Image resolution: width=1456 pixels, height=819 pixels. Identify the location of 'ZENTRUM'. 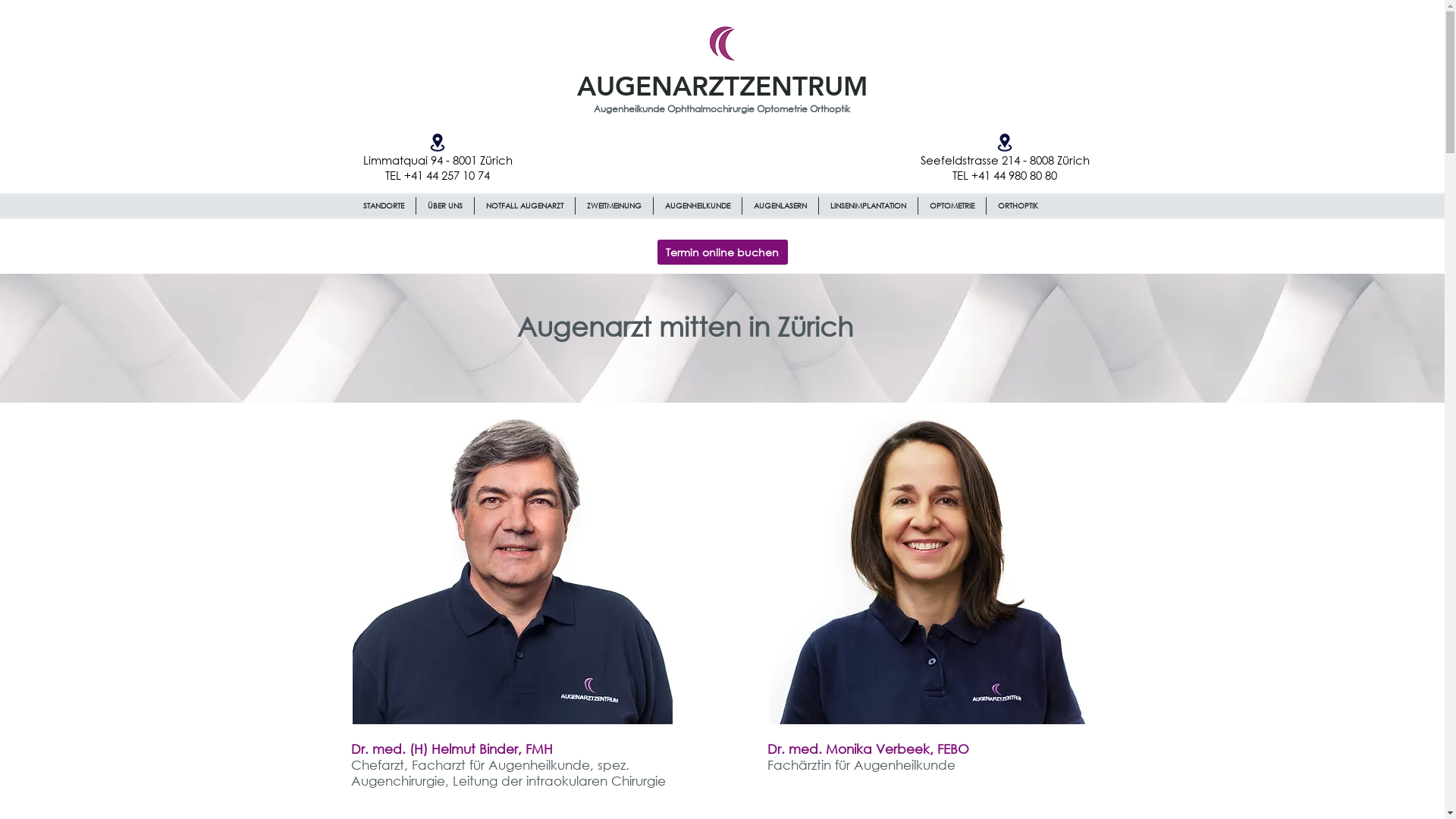
(802, 86).